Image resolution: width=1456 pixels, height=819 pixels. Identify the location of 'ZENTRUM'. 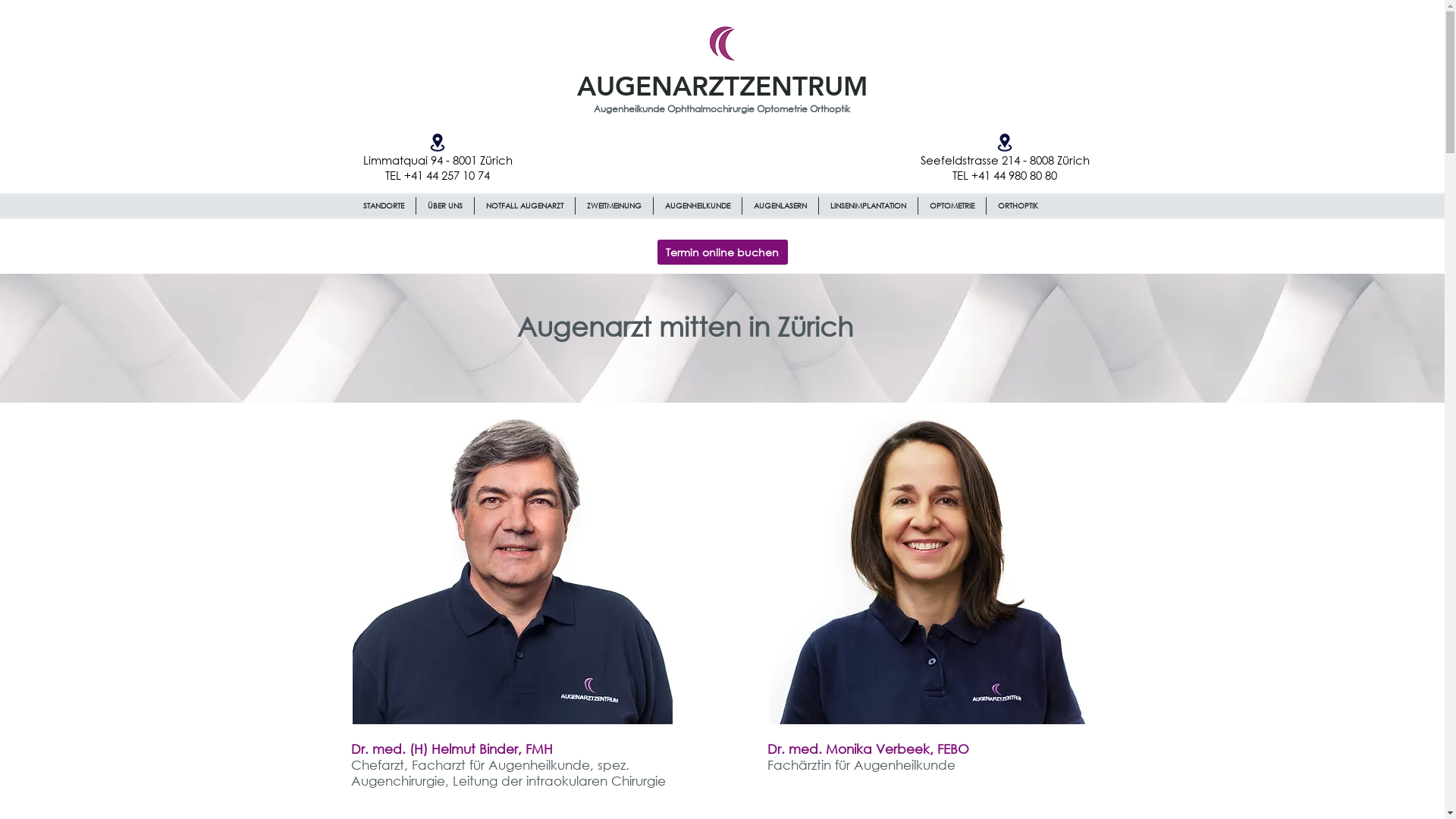
(802, 86).